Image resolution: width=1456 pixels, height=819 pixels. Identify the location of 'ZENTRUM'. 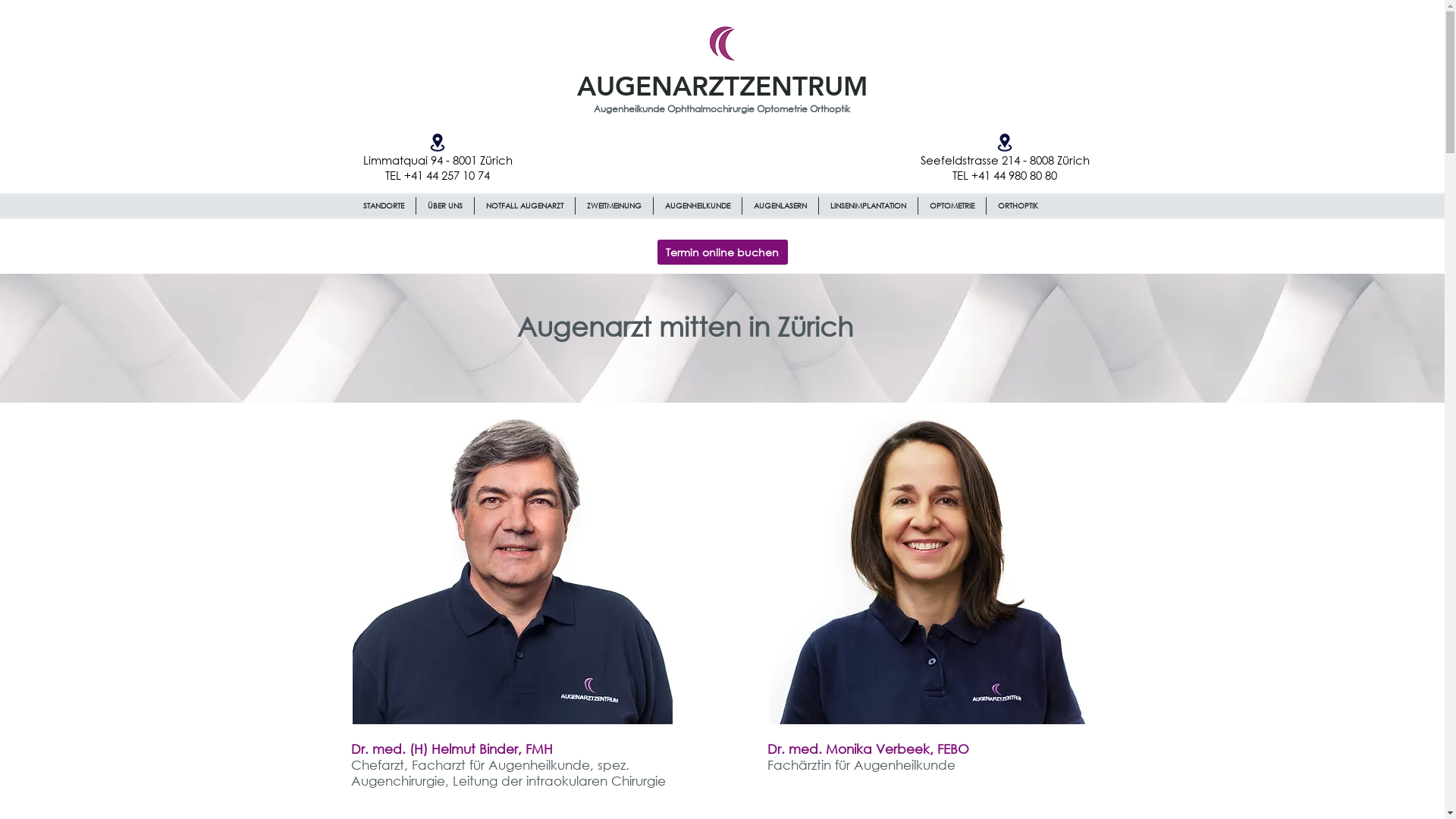
(802, 86).